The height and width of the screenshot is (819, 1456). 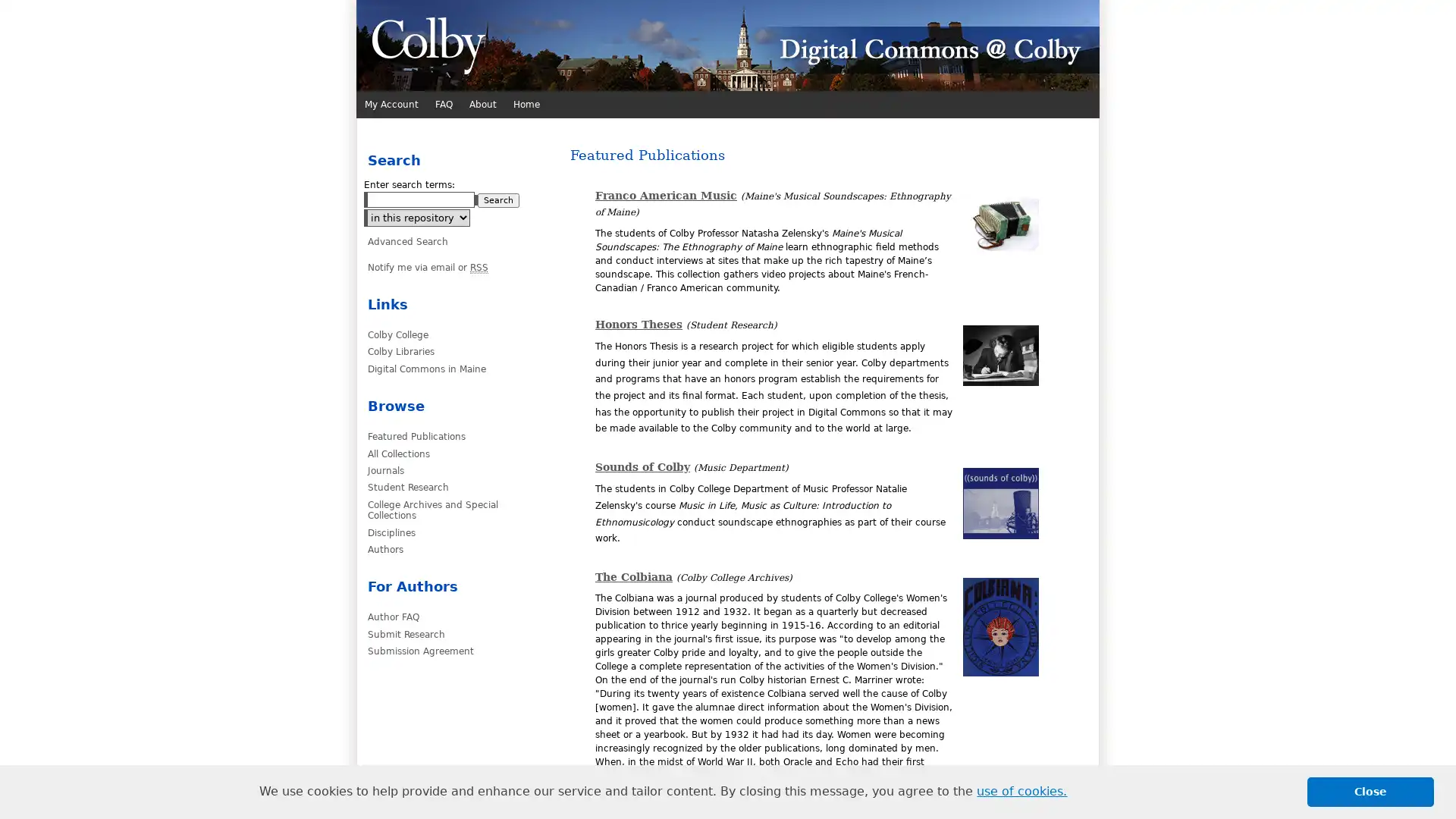 What do you see at coordinates (1021, 791) in the screenshot?
I see `learn more about cookies` at bounding box center [1021, 791].